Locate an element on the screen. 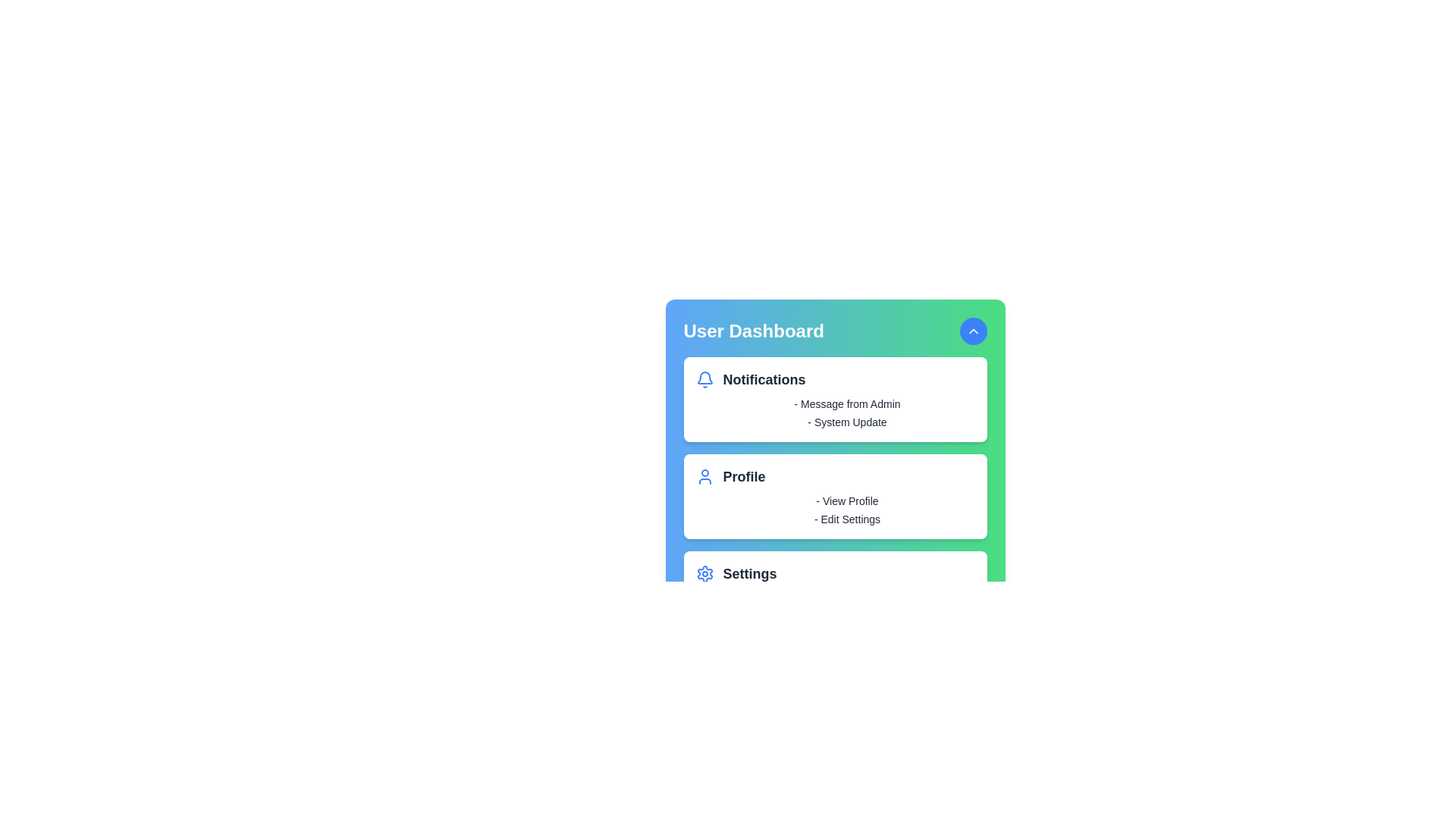 This screenshot has width=1456, height=819. the header of the section Profile to expand or collapse its details is located at coordinates (834, 475).